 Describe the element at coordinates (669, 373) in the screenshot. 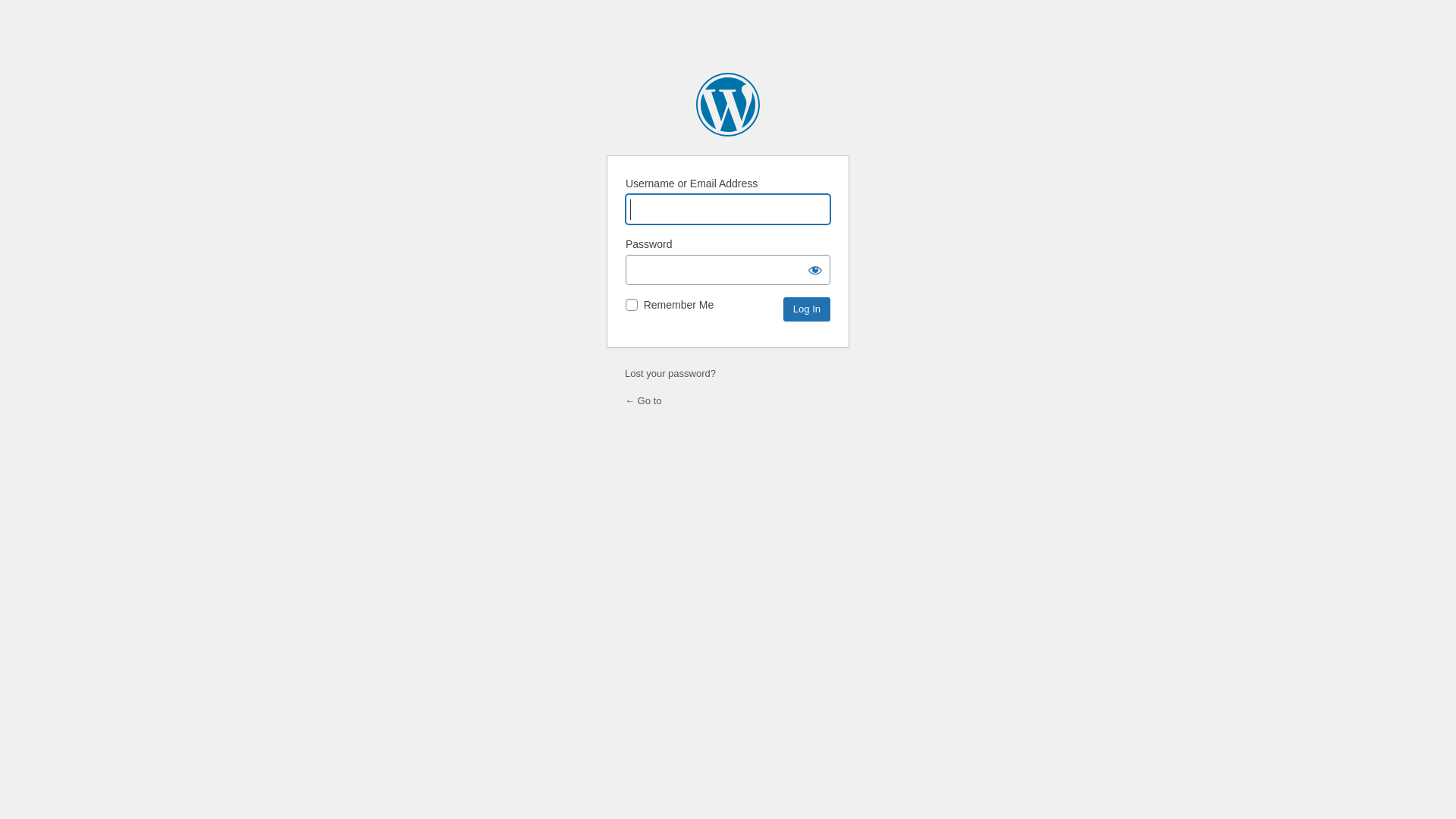

I see `'Lost your password?'` at that location.